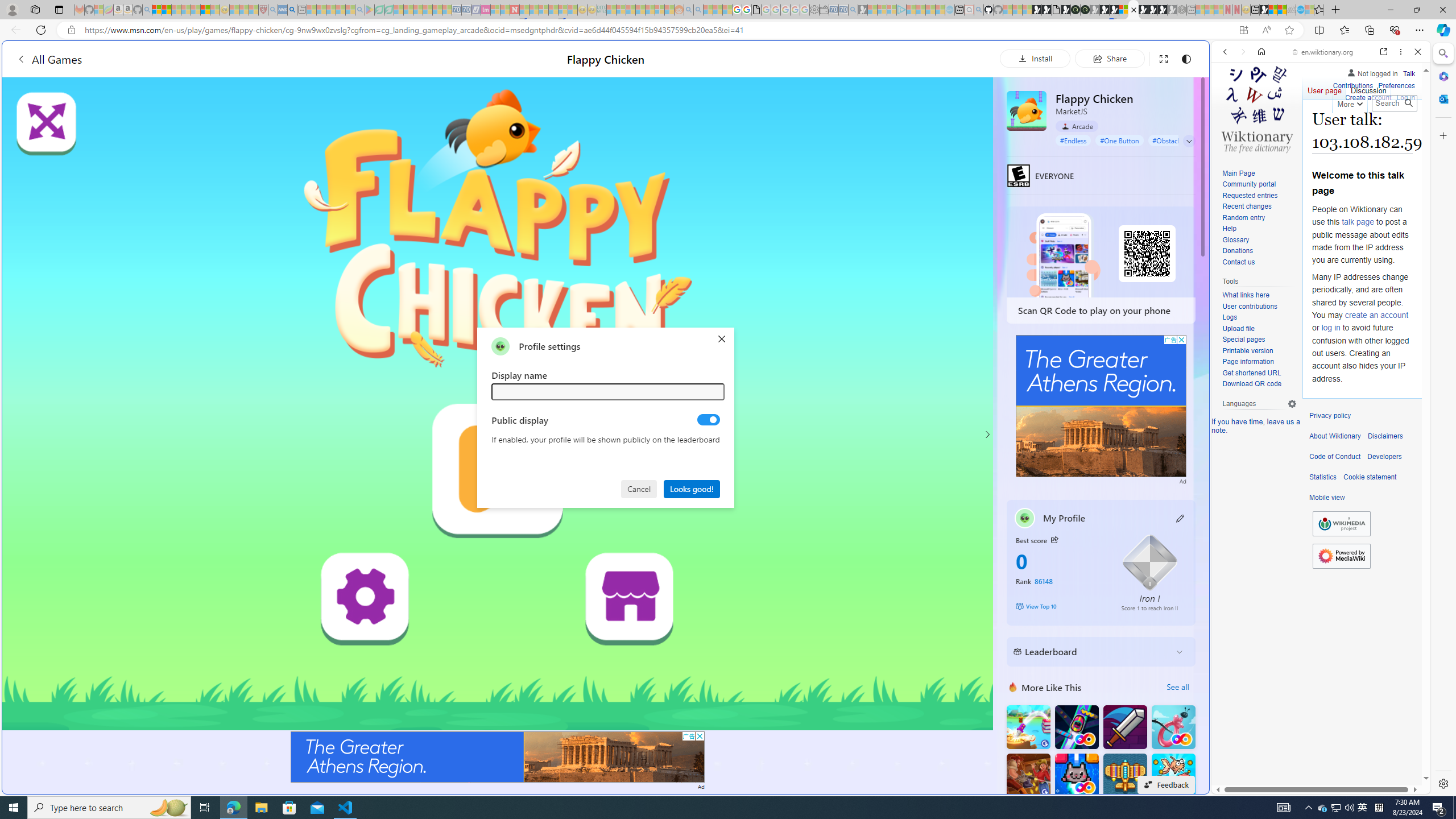 The image size is (1456, 819). What do you see at coordinates (1349, 102) in the screenshot?
I see `'More'` at bounding box center [1349, 102].